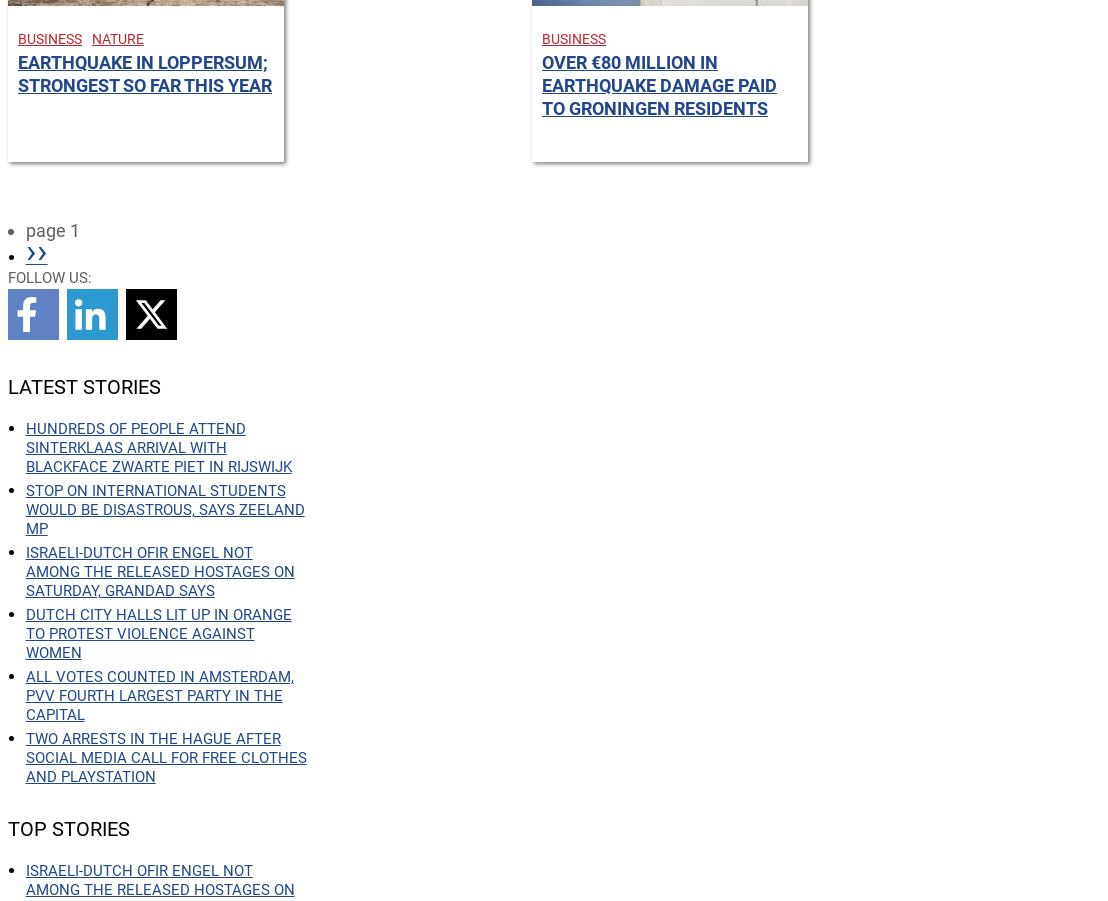 The width and height of the screenshot is (1108, 901). What do you see at coordinates (83, 385) in the screenshot?
I see `'Latest stories'` at bounding box center [83, 385].